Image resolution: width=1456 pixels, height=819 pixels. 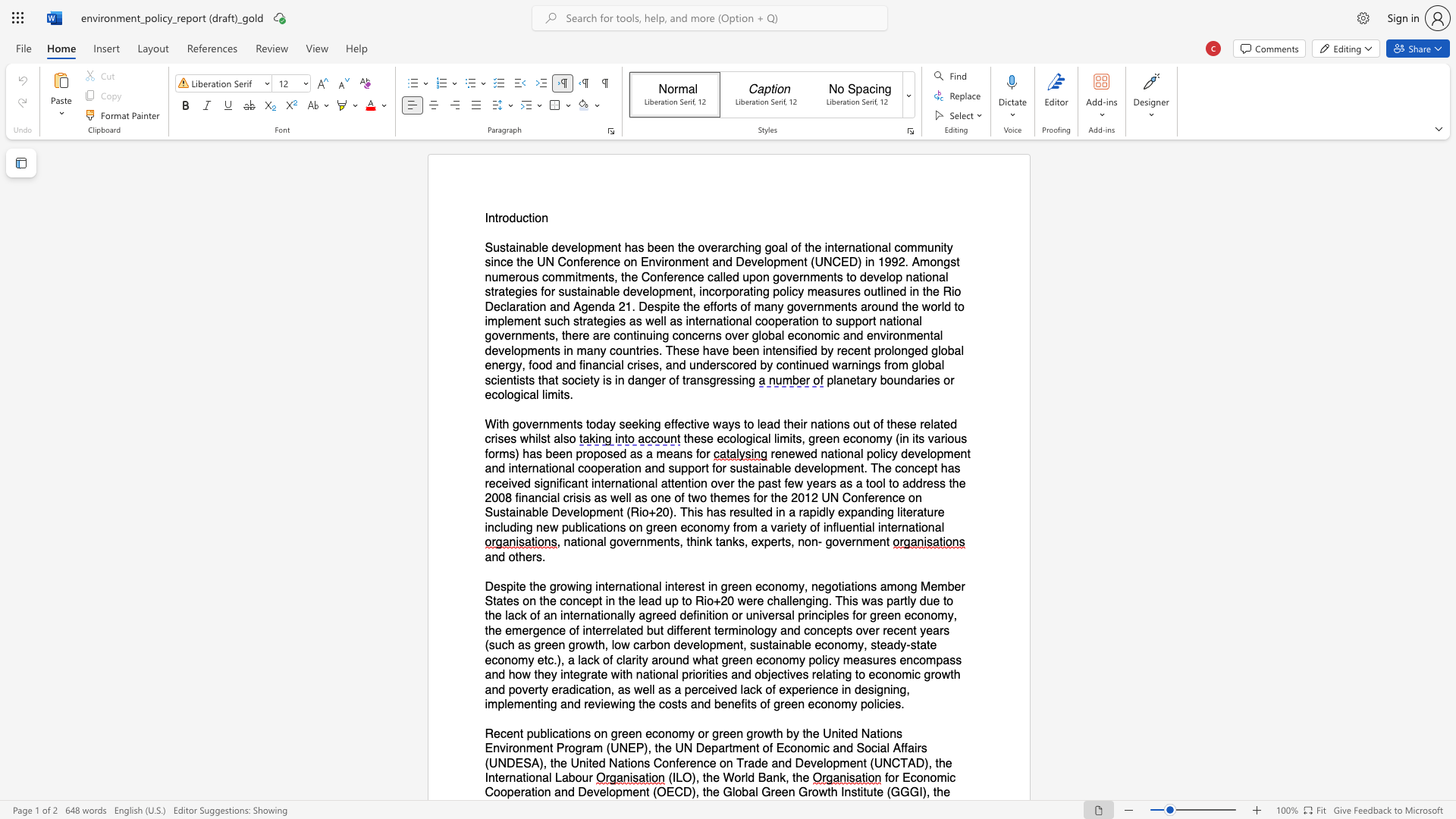 What do you see at coordinates (664, 541) in the screenshot?
I see `the subset text "nts, think tanks" within the text ", national governments, think tanks, experts, non‐ government"` at bounding box center [664, 541].